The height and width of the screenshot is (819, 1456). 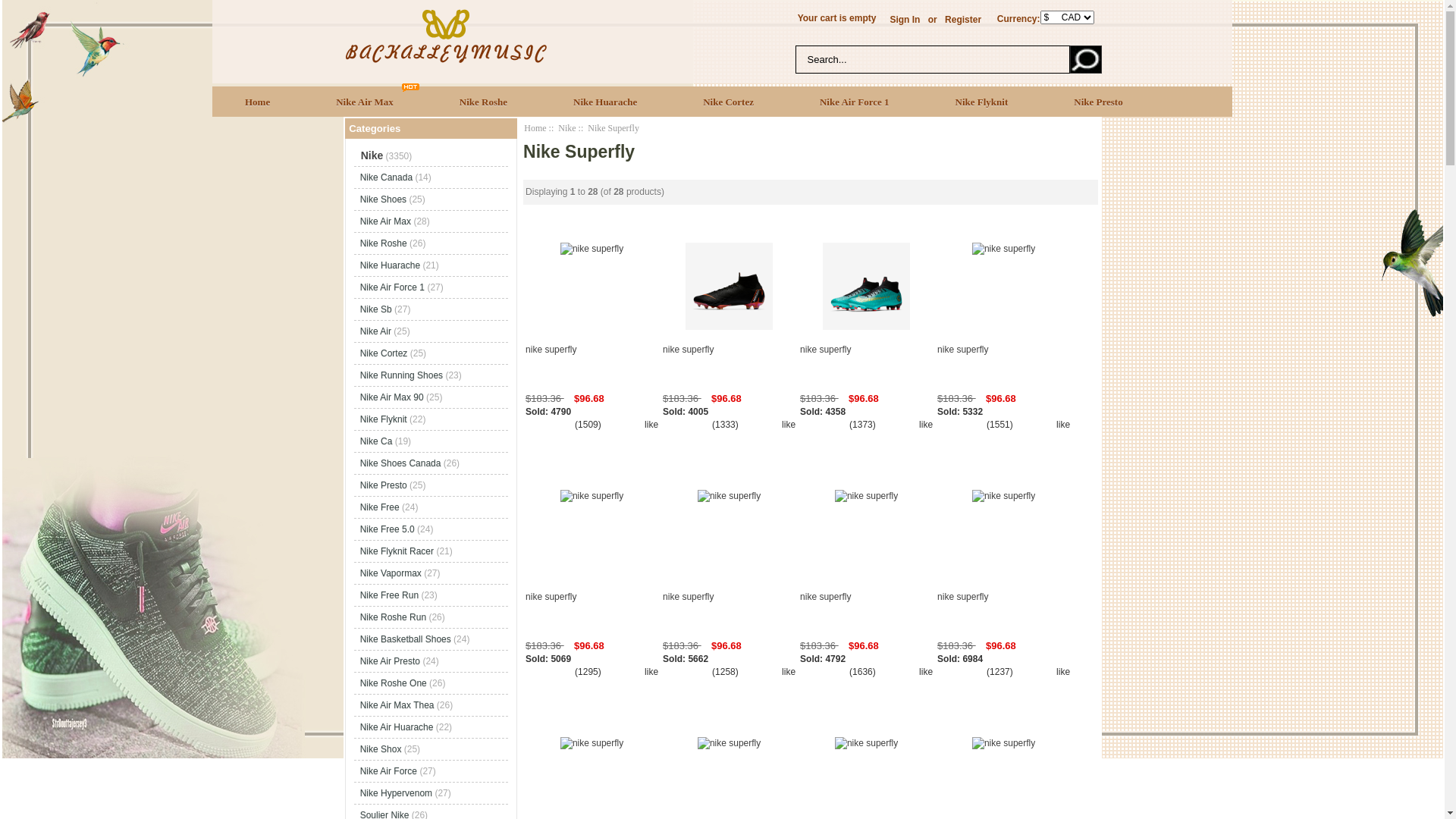 What do you see at coordinates (651, 424) in the screenshot?
I see `'like'` at bounding box center [651, 424].